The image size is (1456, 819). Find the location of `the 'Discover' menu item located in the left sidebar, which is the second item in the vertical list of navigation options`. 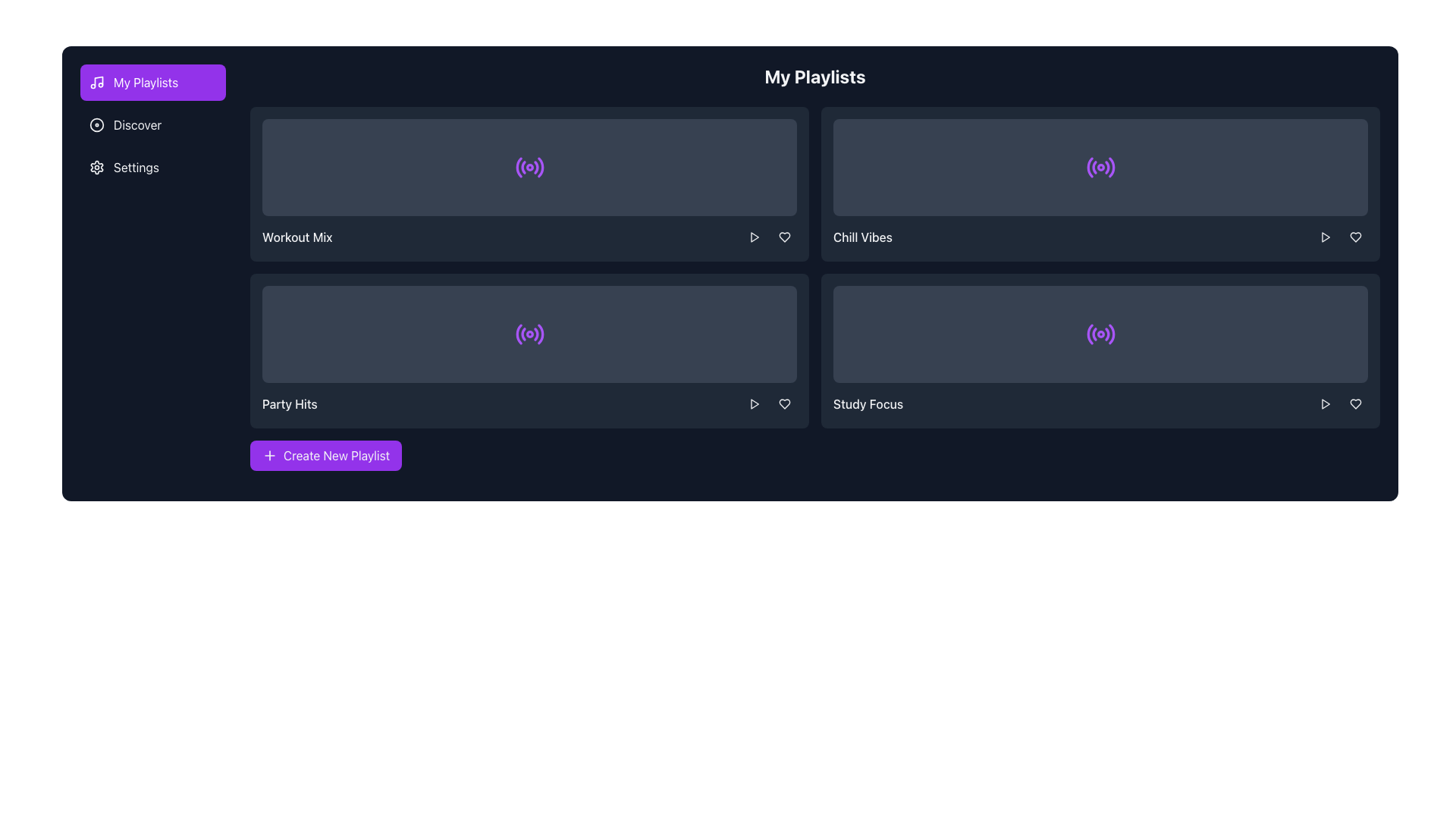

the 'Discover' menu item located in the left sidebar, which is the second item in the vertical list of navigation options is located at coordinates (152, 124).